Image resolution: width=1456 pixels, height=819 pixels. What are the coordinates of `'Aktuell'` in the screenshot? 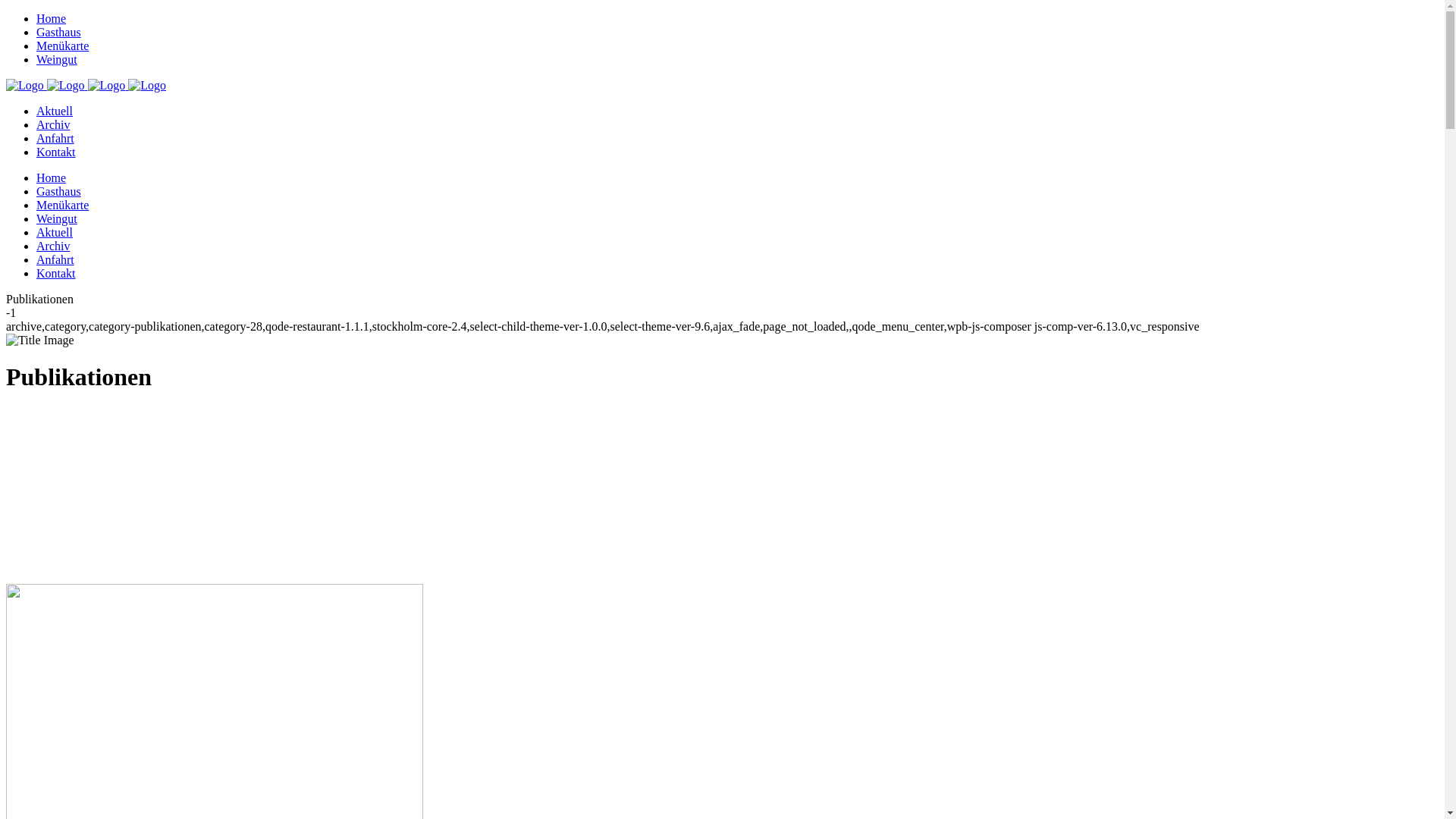 It's located at (36, 232).